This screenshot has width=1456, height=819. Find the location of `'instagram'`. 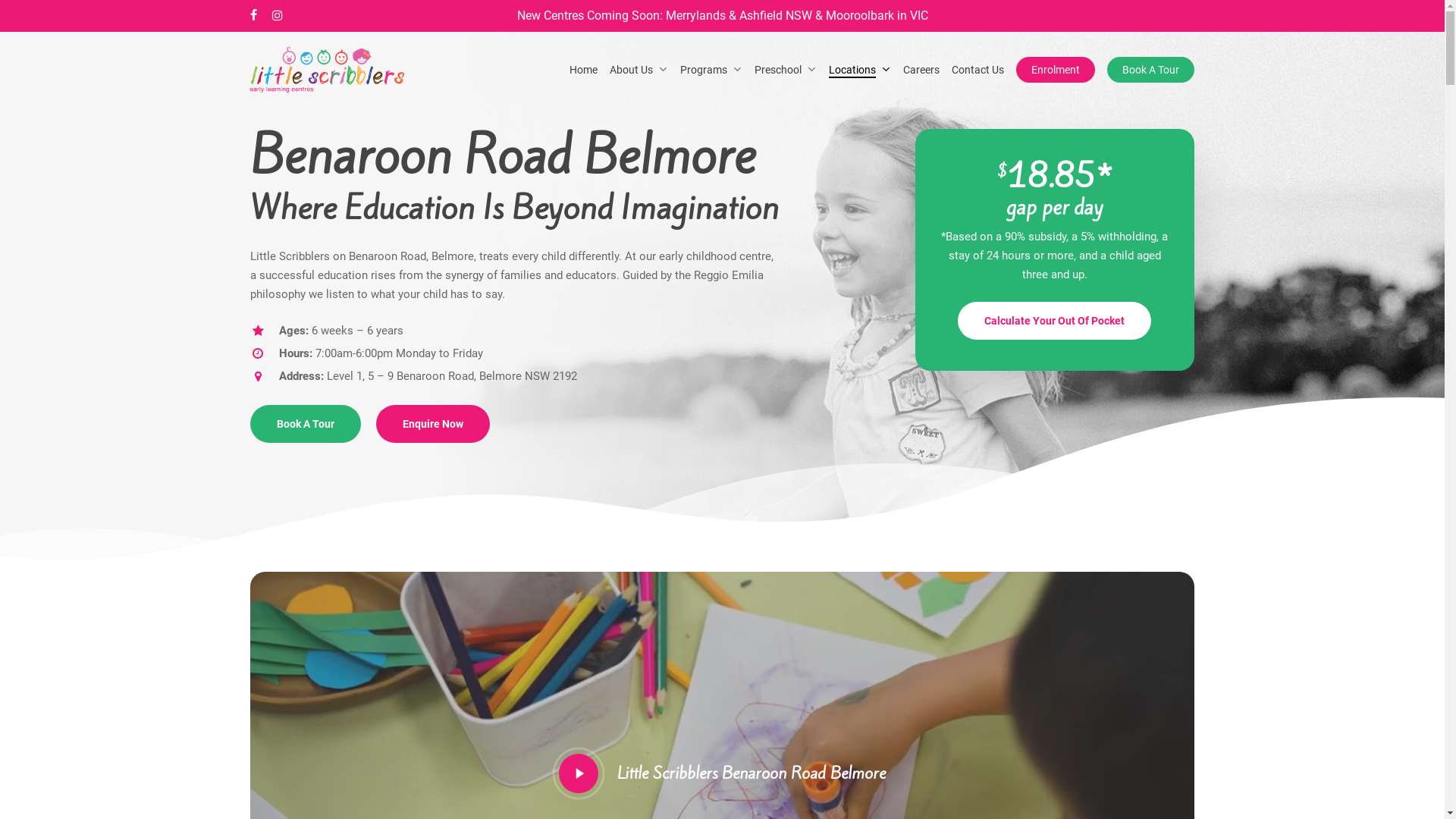

'instagram' is located at coordinates (272, 15).